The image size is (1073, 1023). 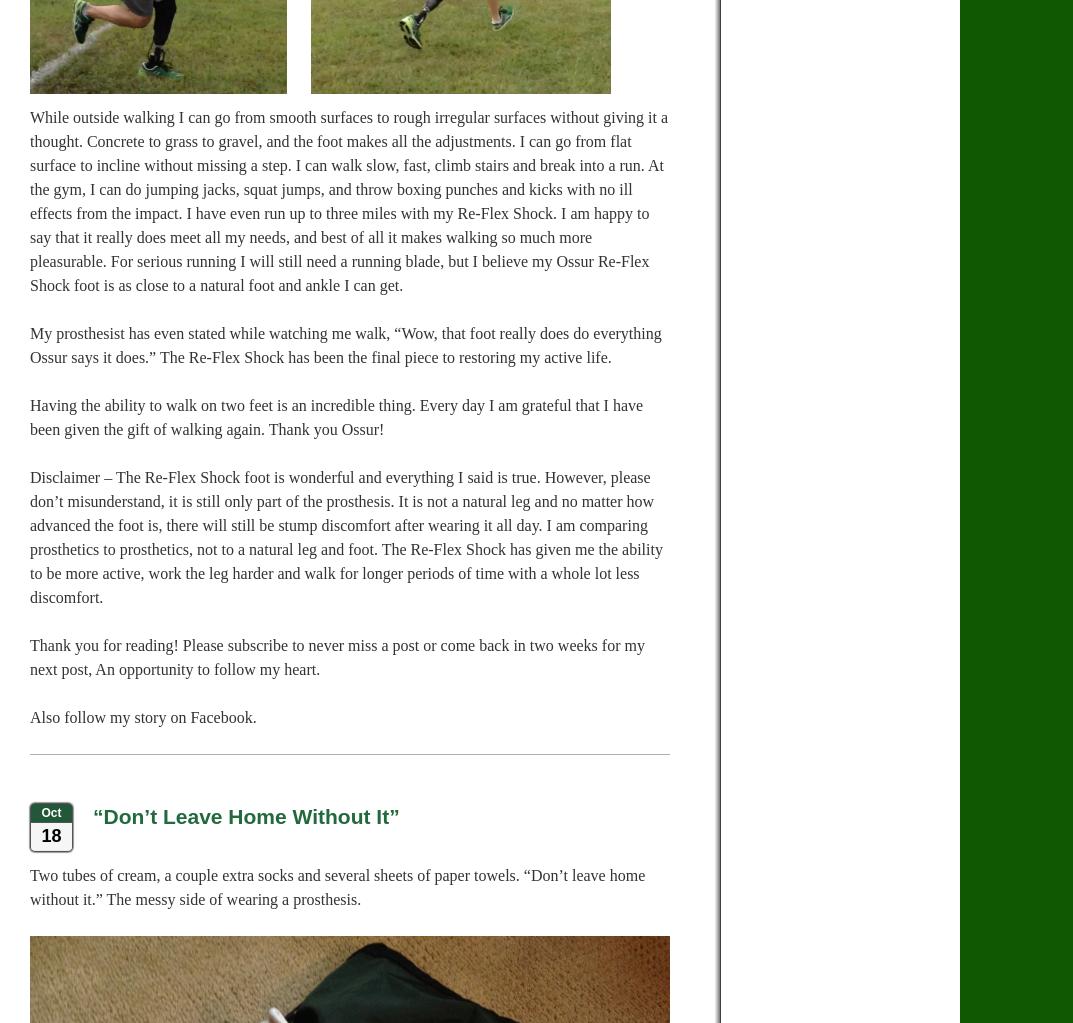 What do you see at coordinates (49, 834) in the screenshot?
I see `'18'` at bounding box center [49, 834].